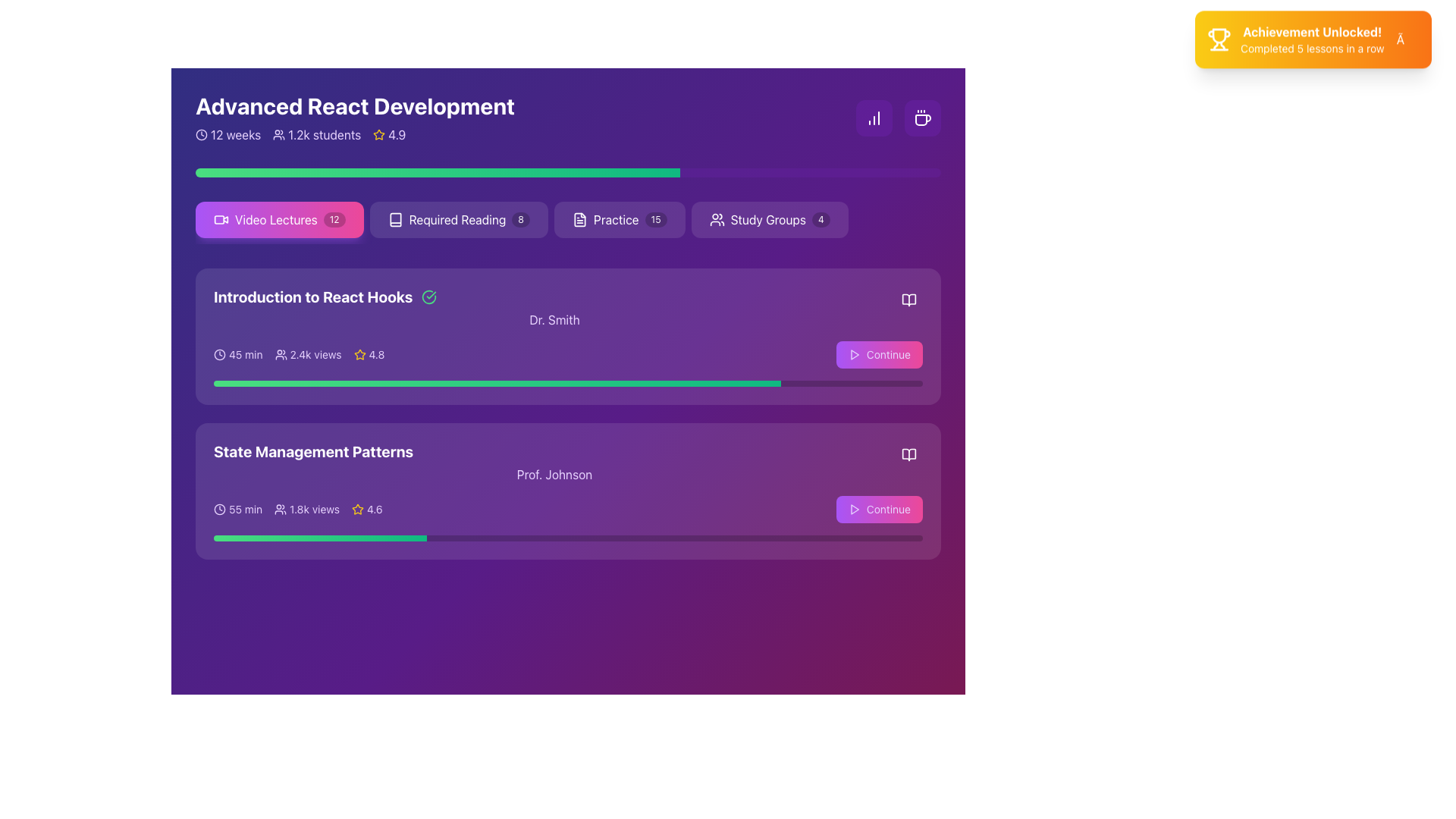  I want to click on the SVG coffee cup icon located in the top-right corner of the interface, so click(922, 119).